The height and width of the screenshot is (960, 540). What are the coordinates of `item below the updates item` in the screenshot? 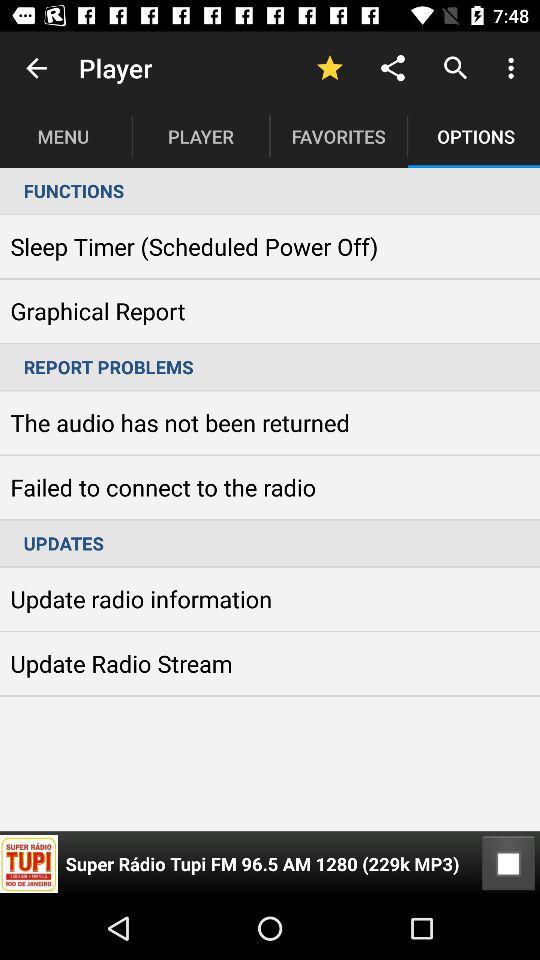 It's located at (508, 863).